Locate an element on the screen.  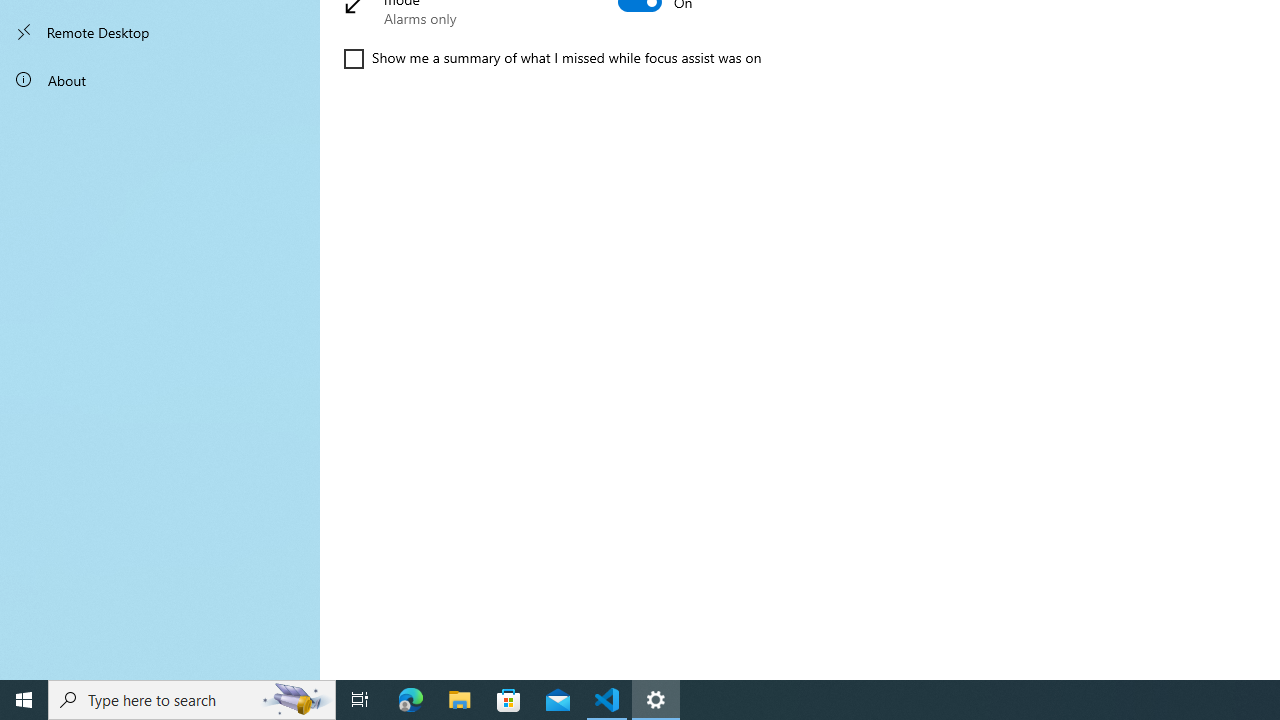
'Settings - 1 running window' is located at coordinates (656, 698).